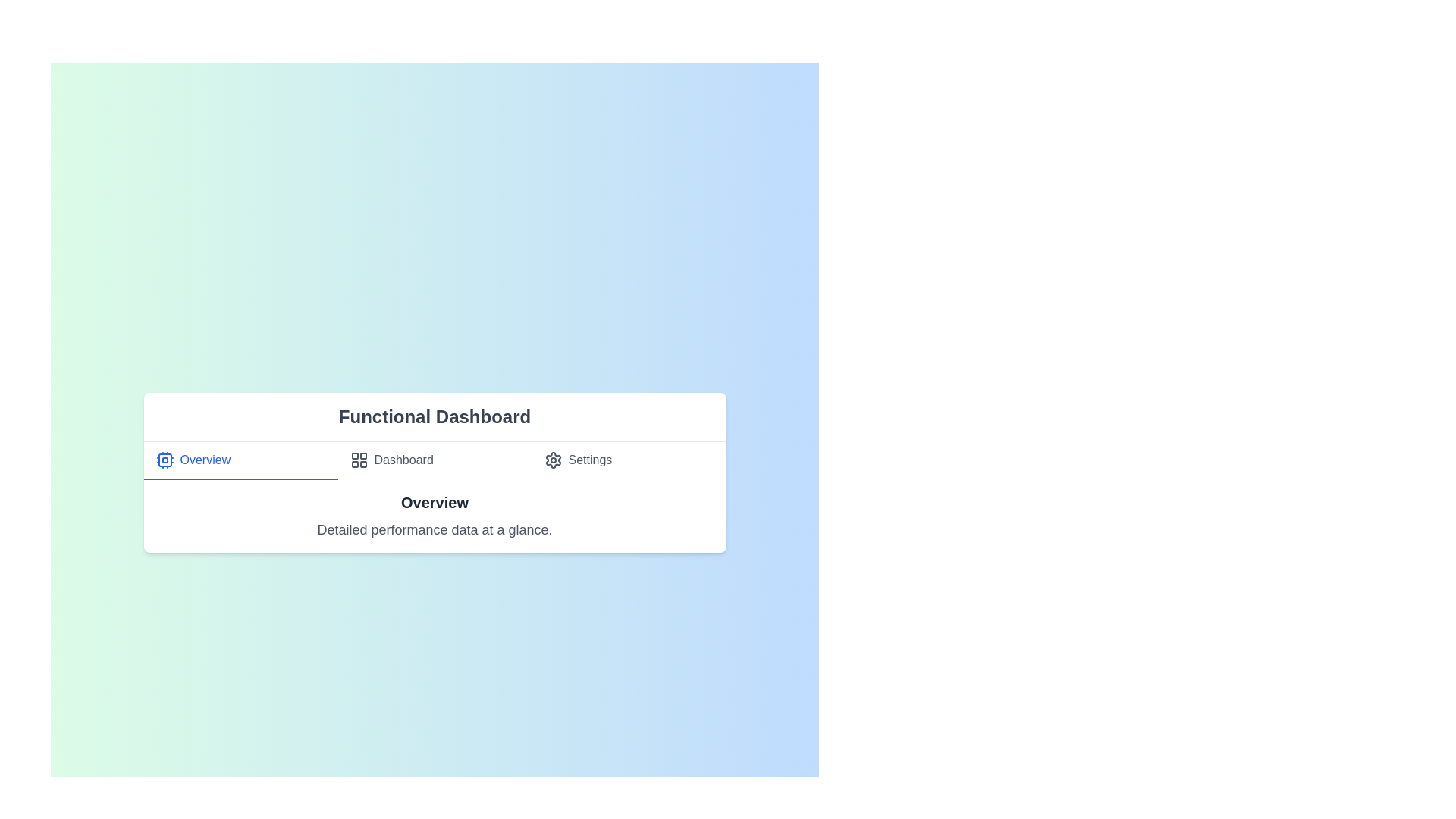 Image resolution: width=1456 pixels, height=819 pixels. I want to click on the Overview tab by clicking on it, so click(240, 460).